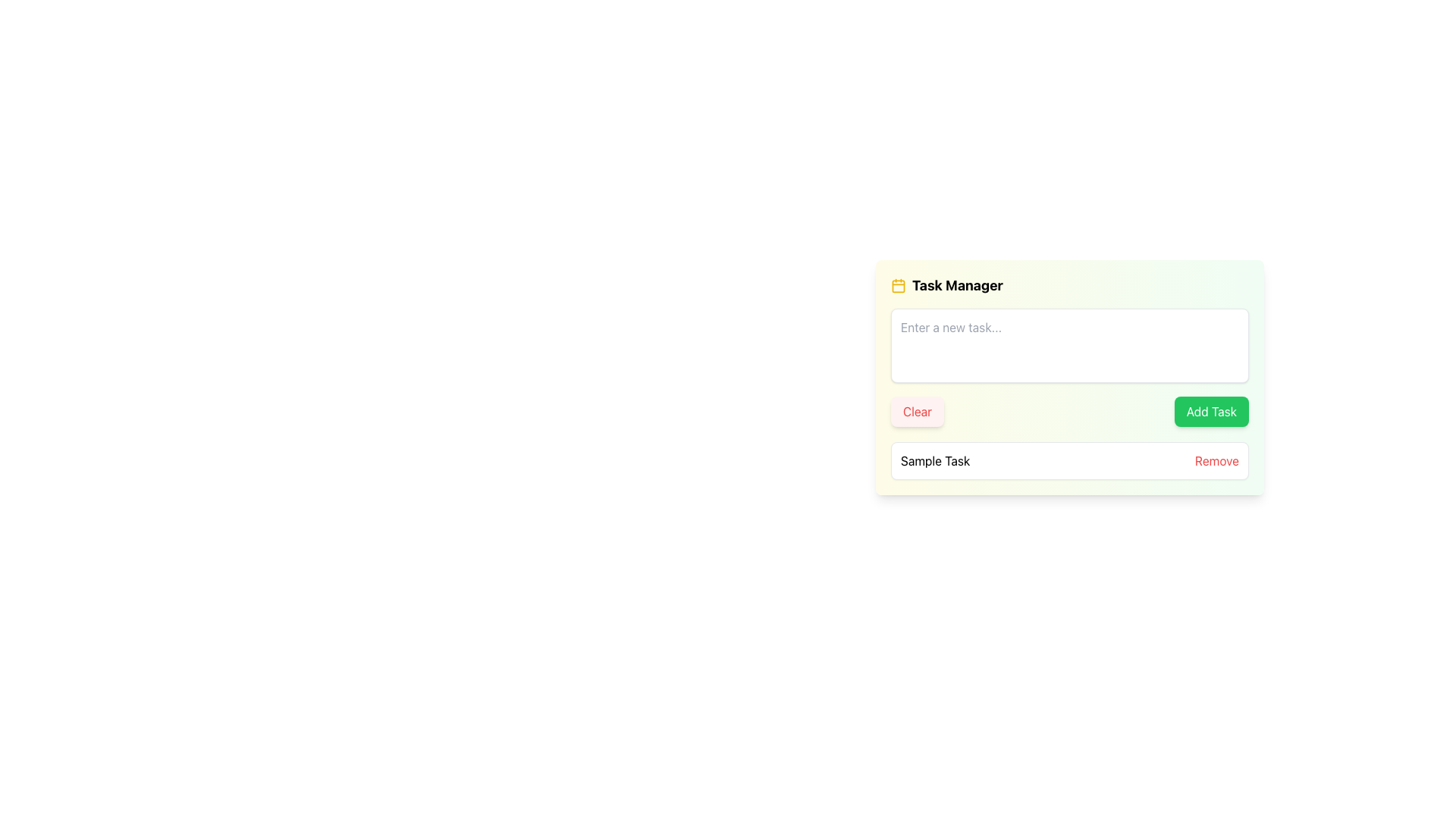  I want to click on the calendar icon located at the far left of the 'Task Manager' header, so click(899, 286).